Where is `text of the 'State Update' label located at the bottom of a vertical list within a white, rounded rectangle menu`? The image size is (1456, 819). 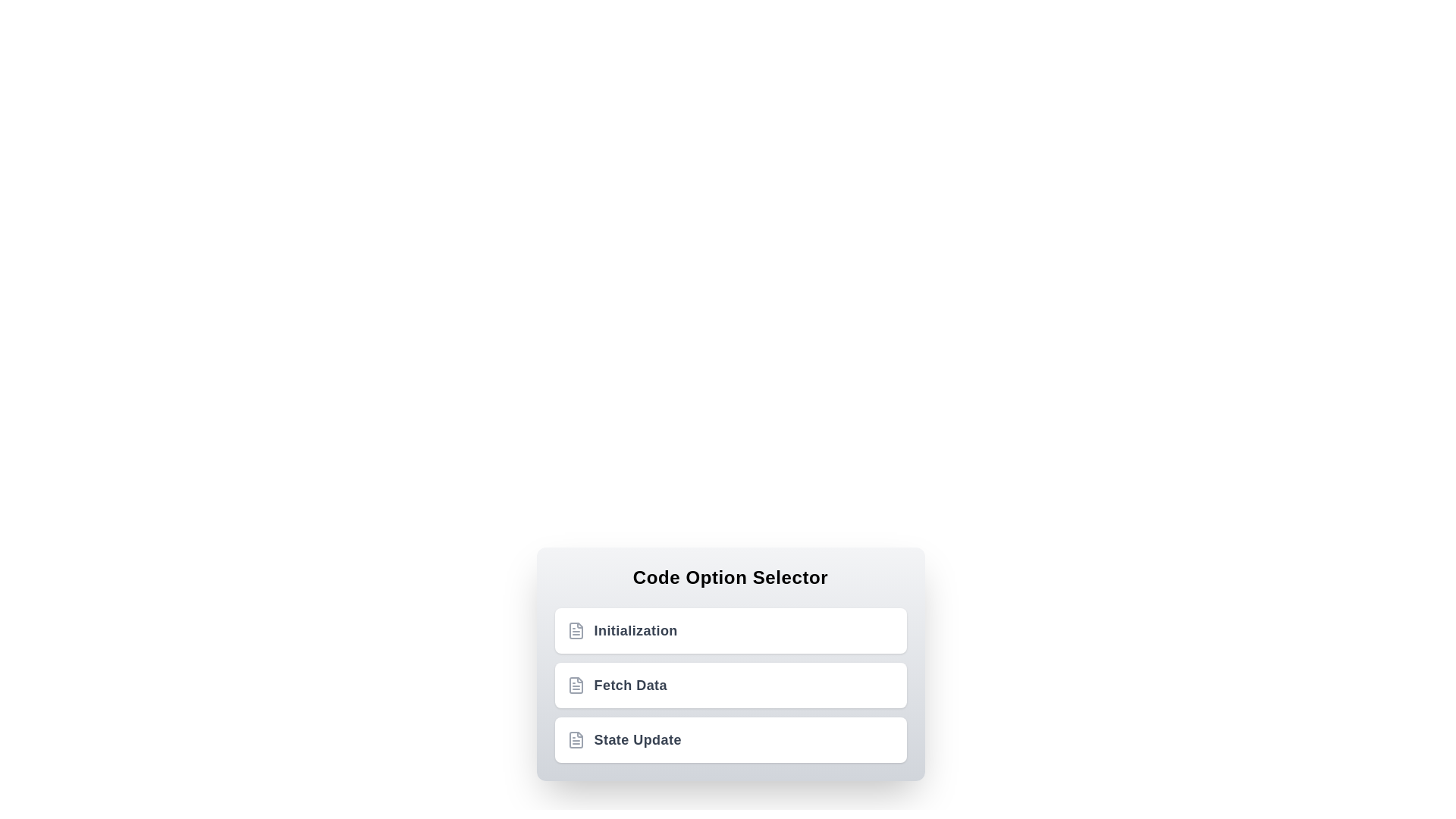 text of the 'State Update' label located at the bottom of a vertical list within a white, rounded rectangle menu is located at coordinates (638, 739).